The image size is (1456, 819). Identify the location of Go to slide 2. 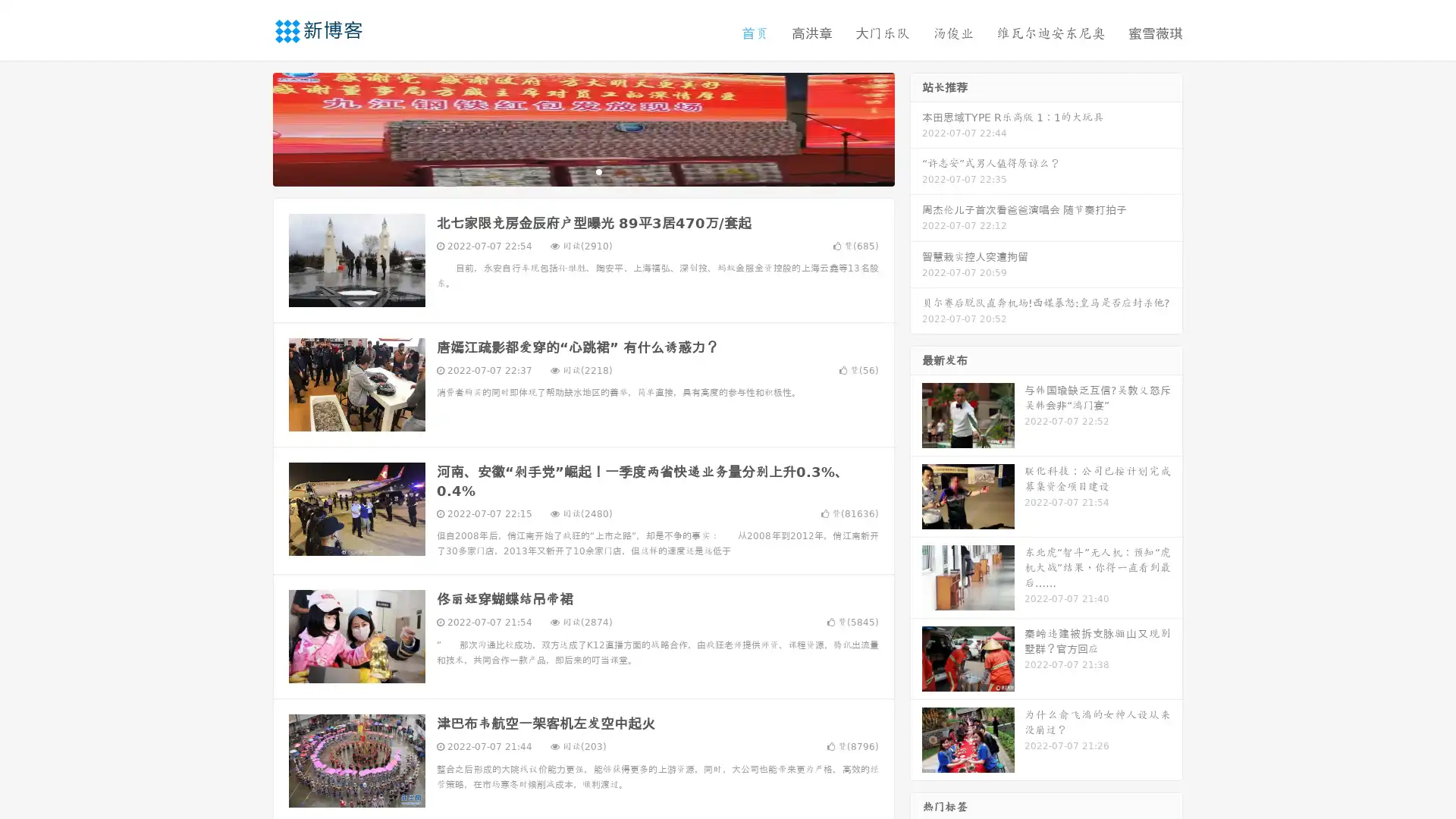
(582, 171).